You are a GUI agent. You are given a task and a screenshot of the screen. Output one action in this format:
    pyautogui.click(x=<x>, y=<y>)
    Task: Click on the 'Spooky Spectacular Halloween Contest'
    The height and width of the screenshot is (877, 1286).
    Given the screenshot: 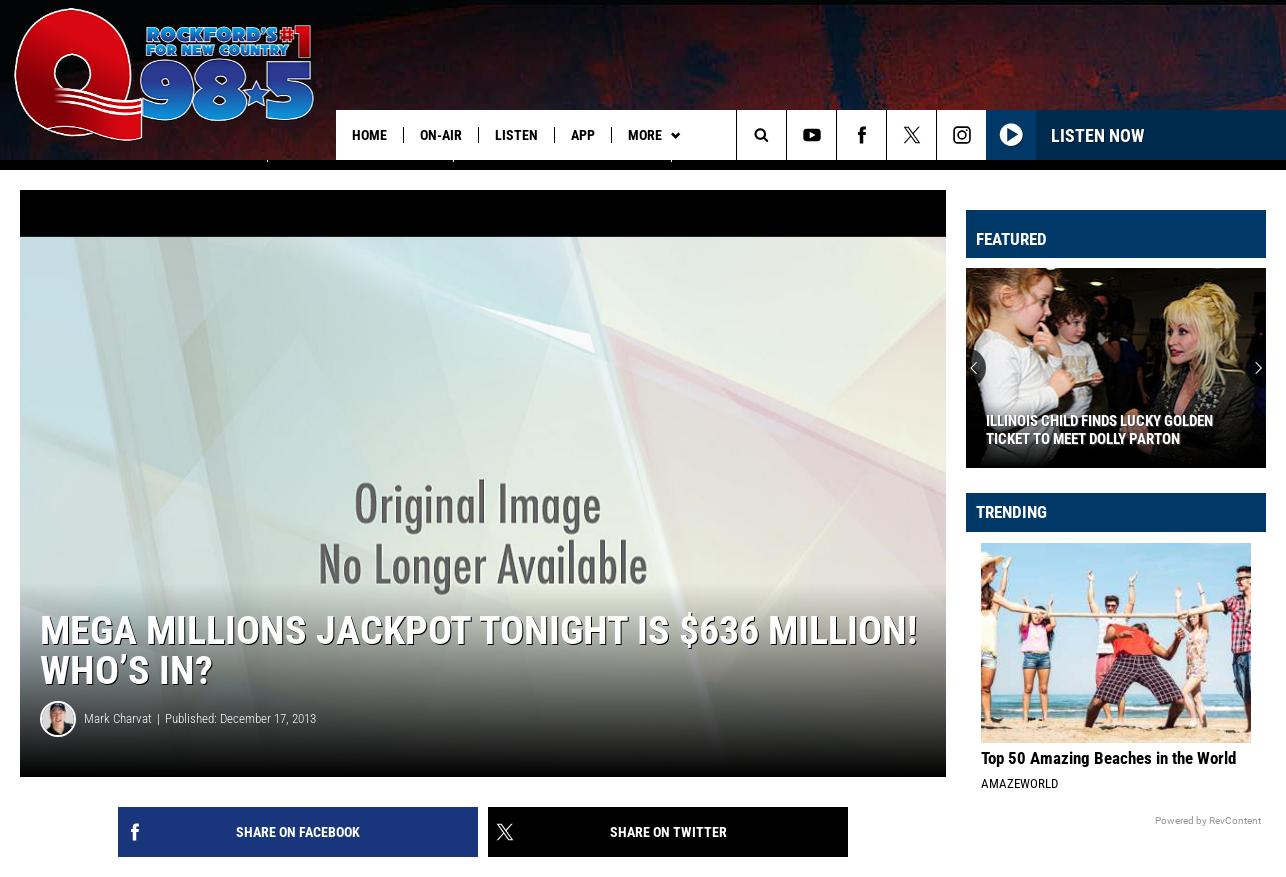 What is the action you would take?
    pyautogui.click(x=818, y=176)
    